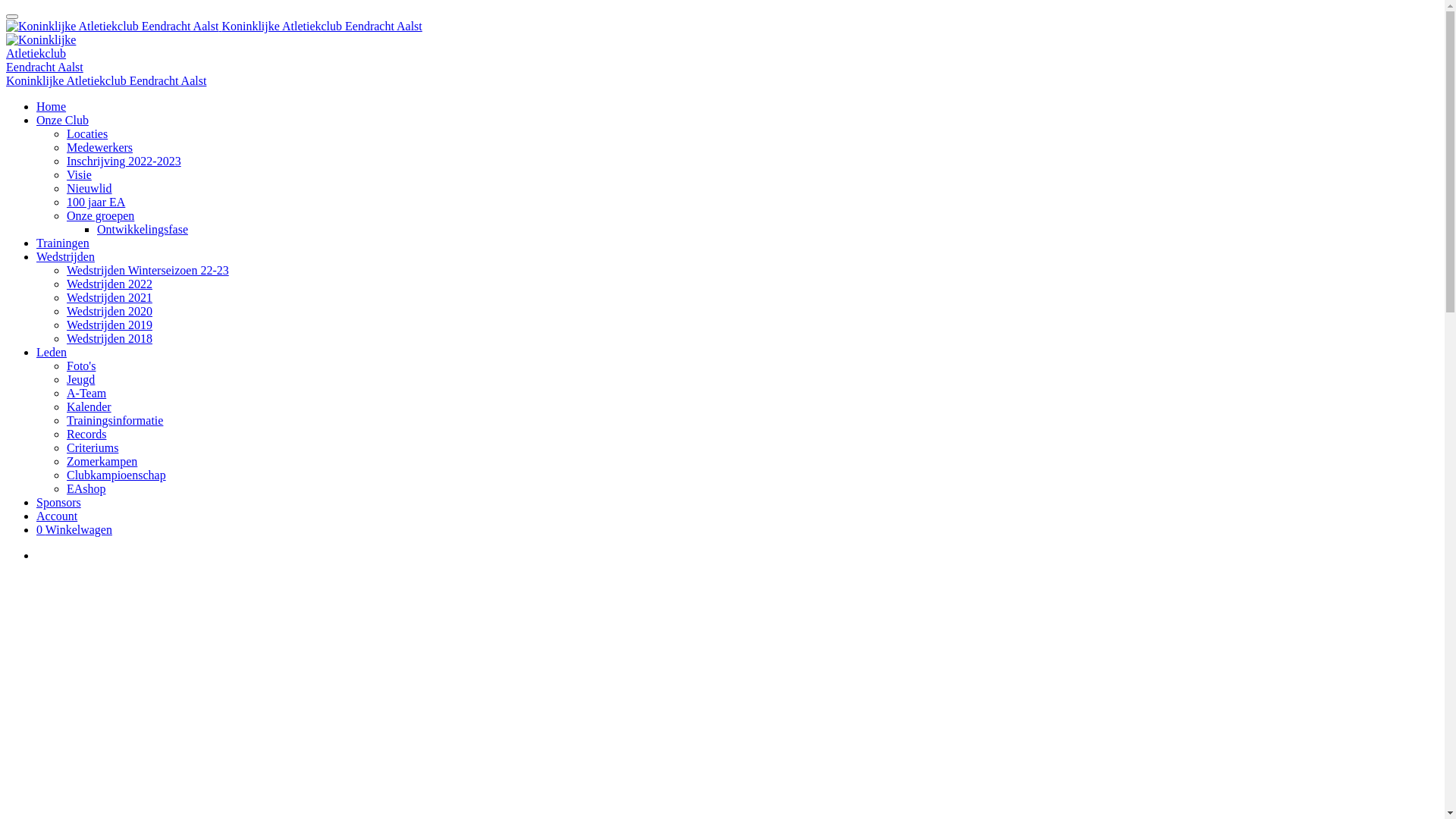 The width and height of the screenshot is (1456, 819). Describe the element at coordinates (124, 161) in the screenshot. I see `'Inschrijving 2022-2023'` at that location.